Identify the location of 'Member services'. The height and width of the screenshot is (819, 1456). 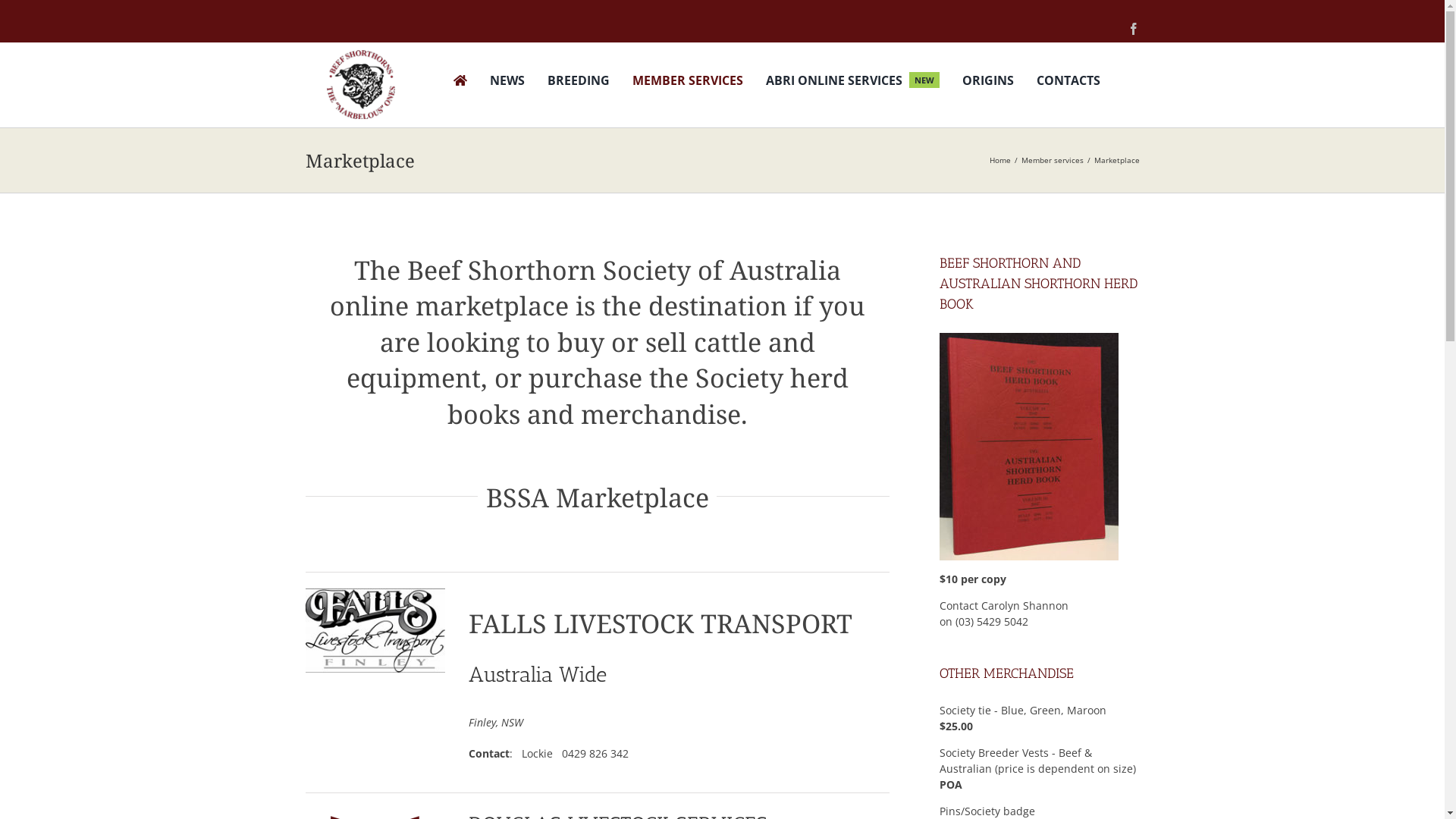
(1051, 160).